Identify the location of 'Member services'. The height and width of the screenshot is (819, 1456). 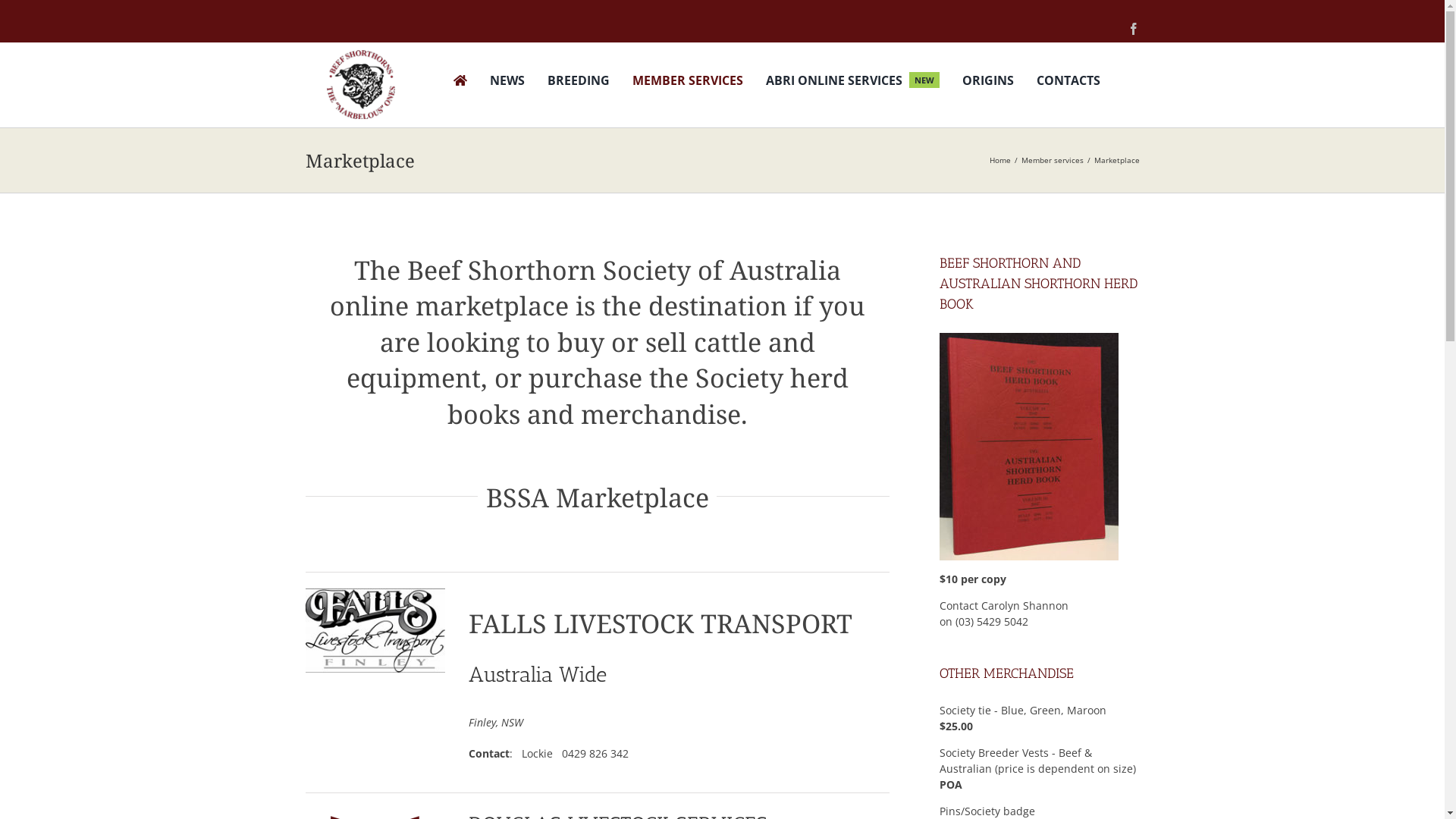
(1051, 160).